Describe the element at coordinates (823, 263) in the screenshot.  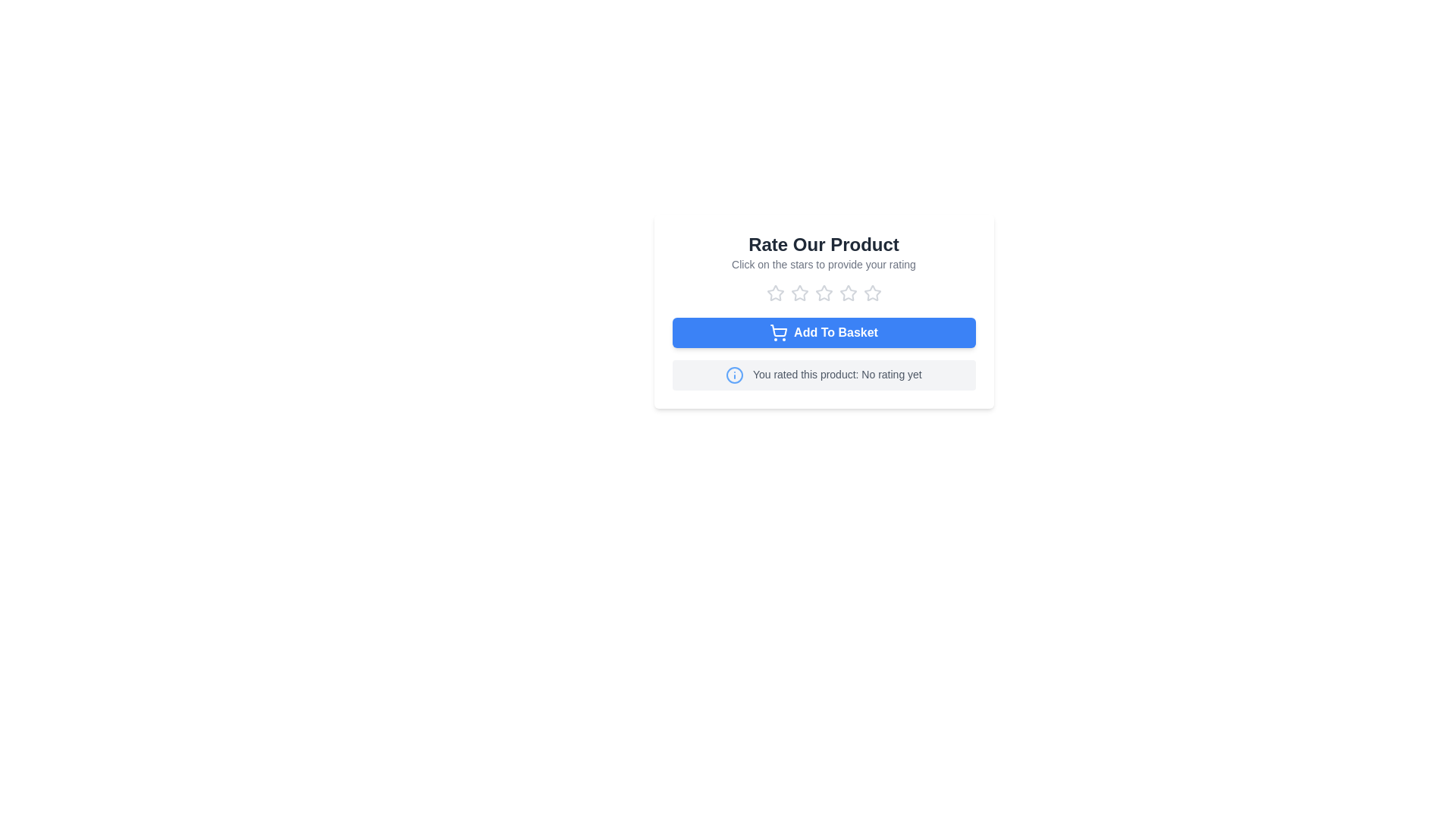
I see `the instructional label that provides guidance for the star rating component, located directly above it in the 'Rate Our Product' section` at that location.